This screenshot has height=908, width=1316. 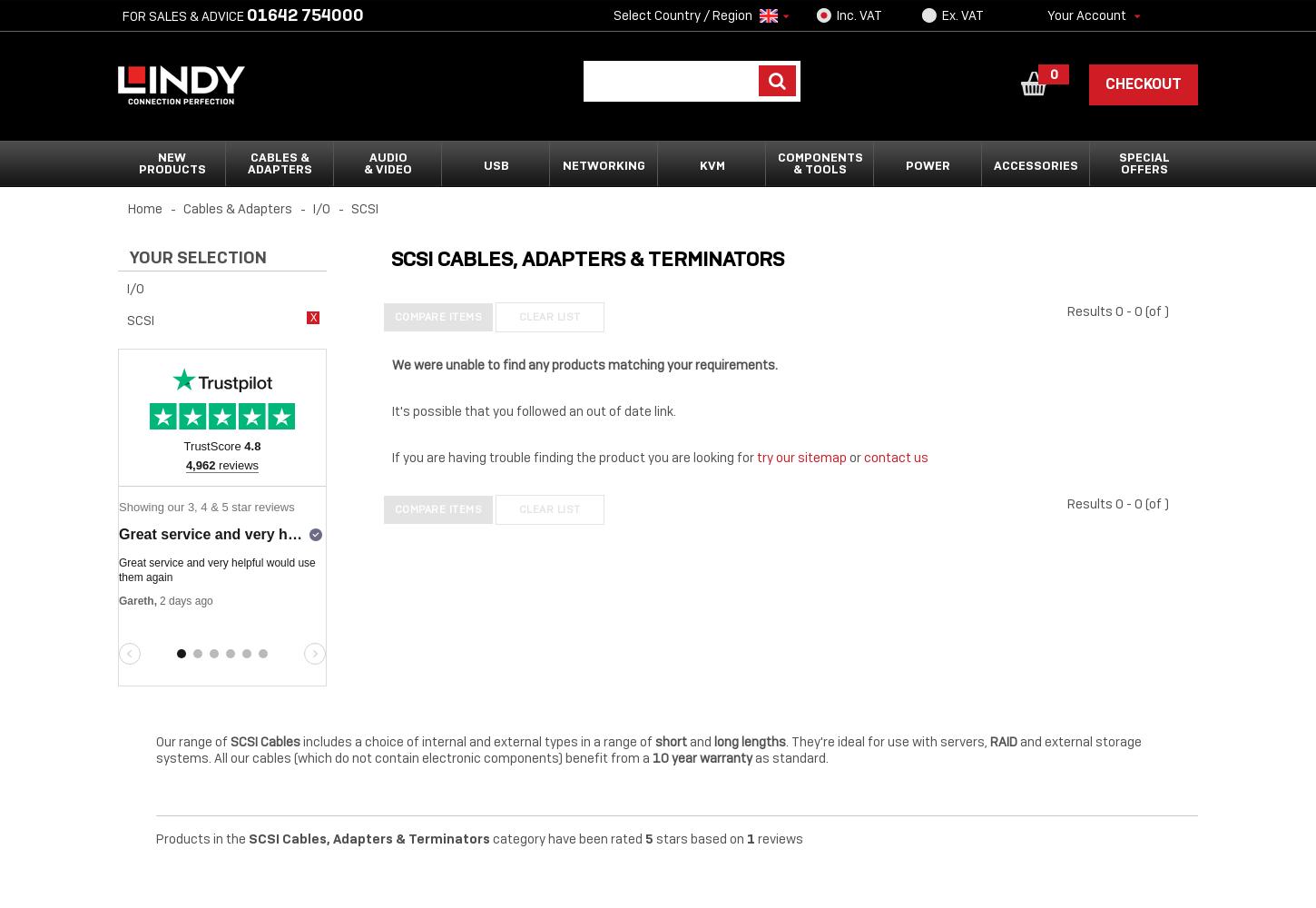 What do you see at coordinates (533, 410) in the screenshot?
I see `'It's possible that you followed an out of date link.'` at bounding box center [533, 410].